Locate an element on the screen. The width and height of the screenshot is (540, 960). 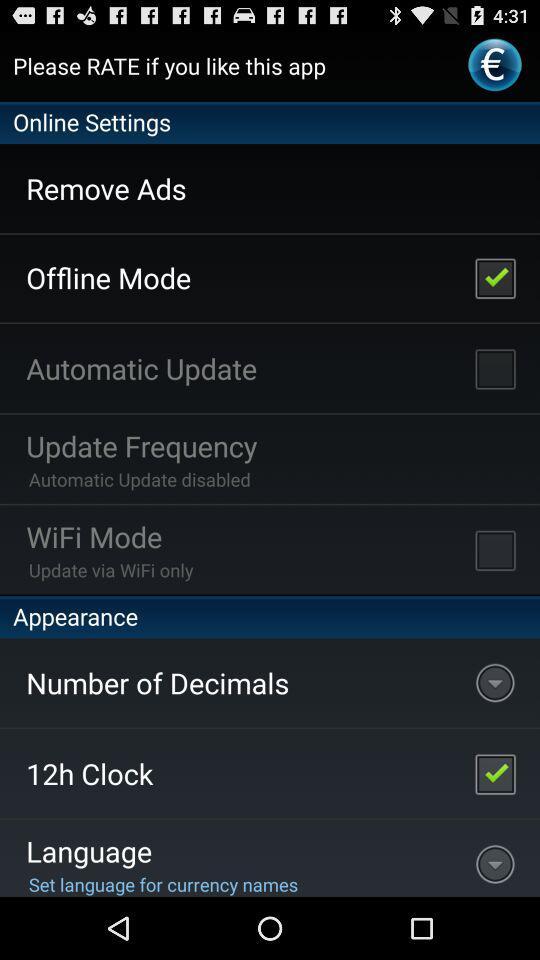
turn on wifi mode is located at coordinates (494, 549).